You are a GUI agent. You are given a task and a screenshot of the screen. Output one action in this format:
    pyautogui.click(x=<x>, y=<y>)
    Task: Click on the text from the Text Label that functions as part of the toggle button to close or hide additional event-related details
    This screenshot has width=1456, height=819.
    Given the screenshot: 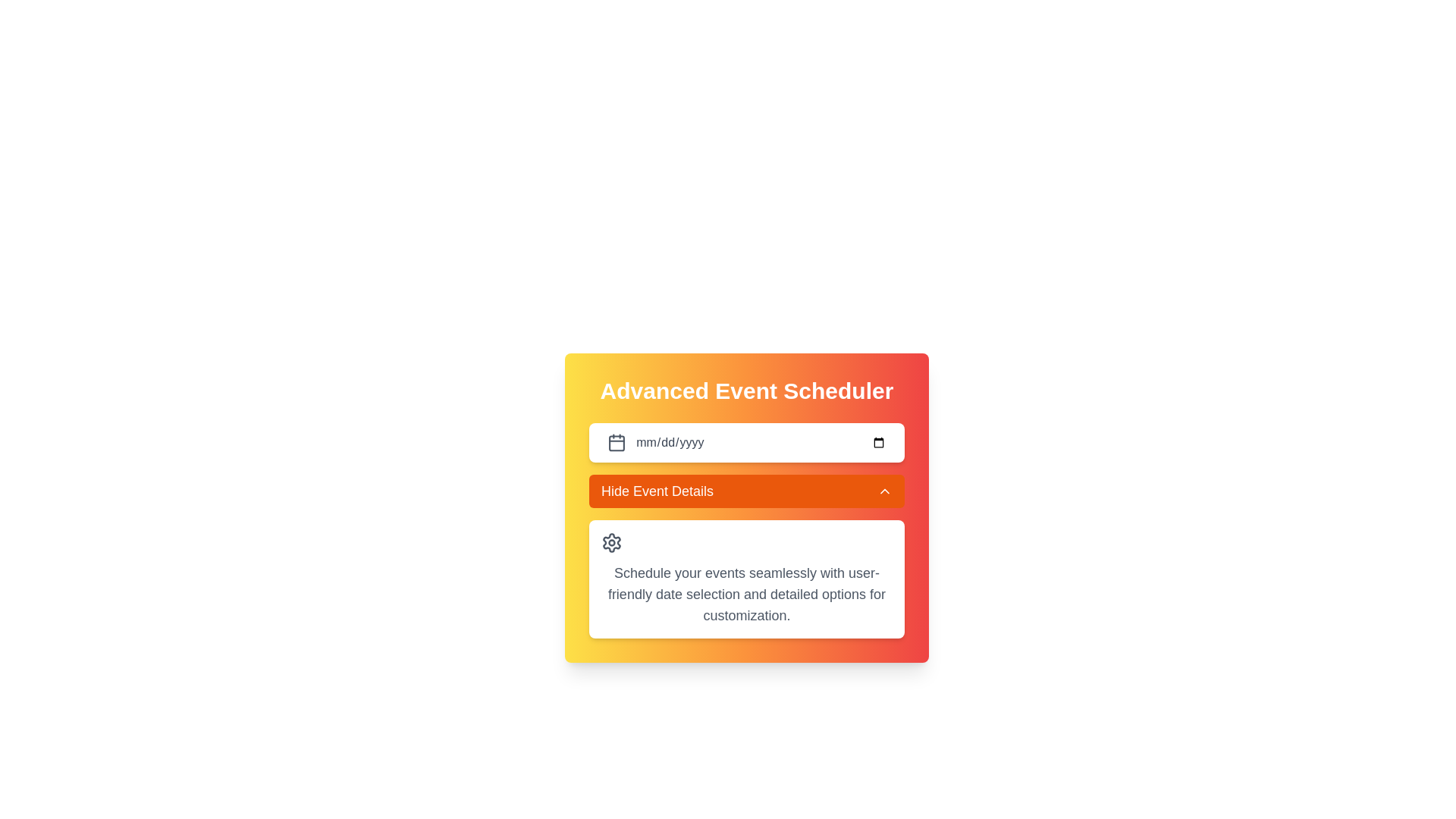 What is the action you would take?
    pyautogui.click(x=657, y=491)
    